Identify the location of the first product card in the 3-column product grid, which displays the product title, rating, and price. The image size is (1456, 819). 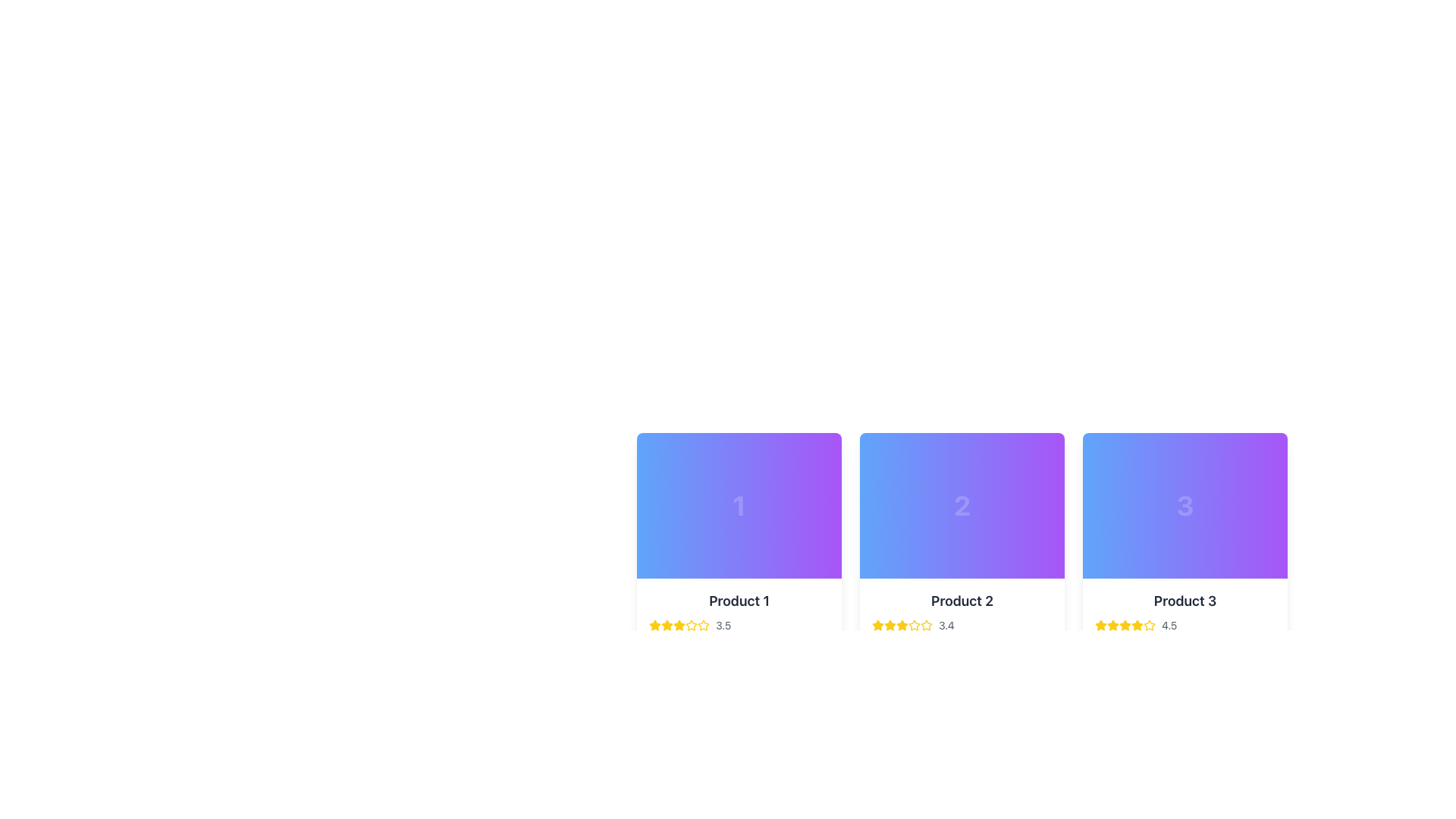
(739, 554).